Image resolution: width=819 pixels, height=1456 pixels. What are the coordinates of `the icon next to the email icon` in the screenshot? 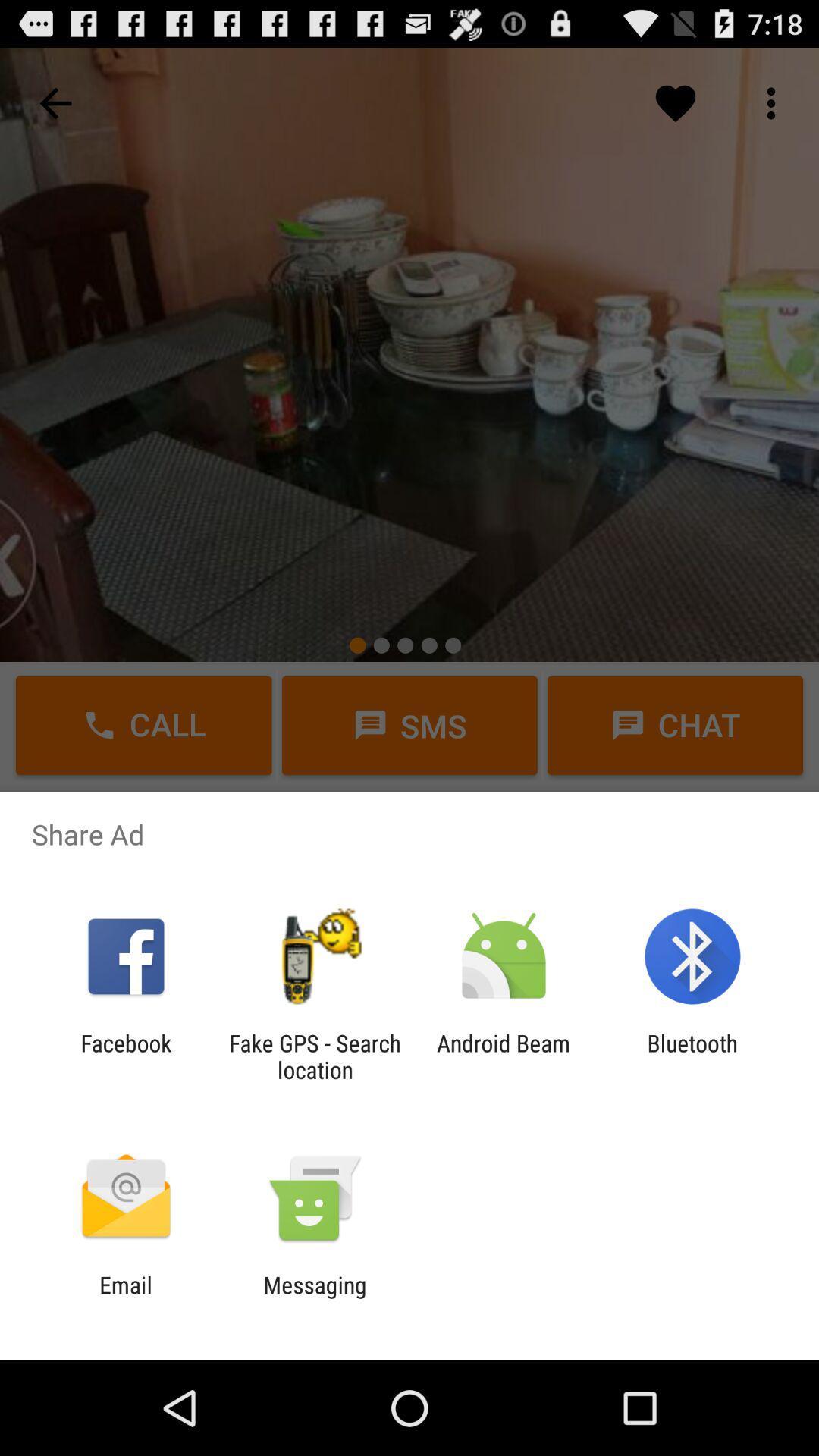 It's located at (314, 1298).